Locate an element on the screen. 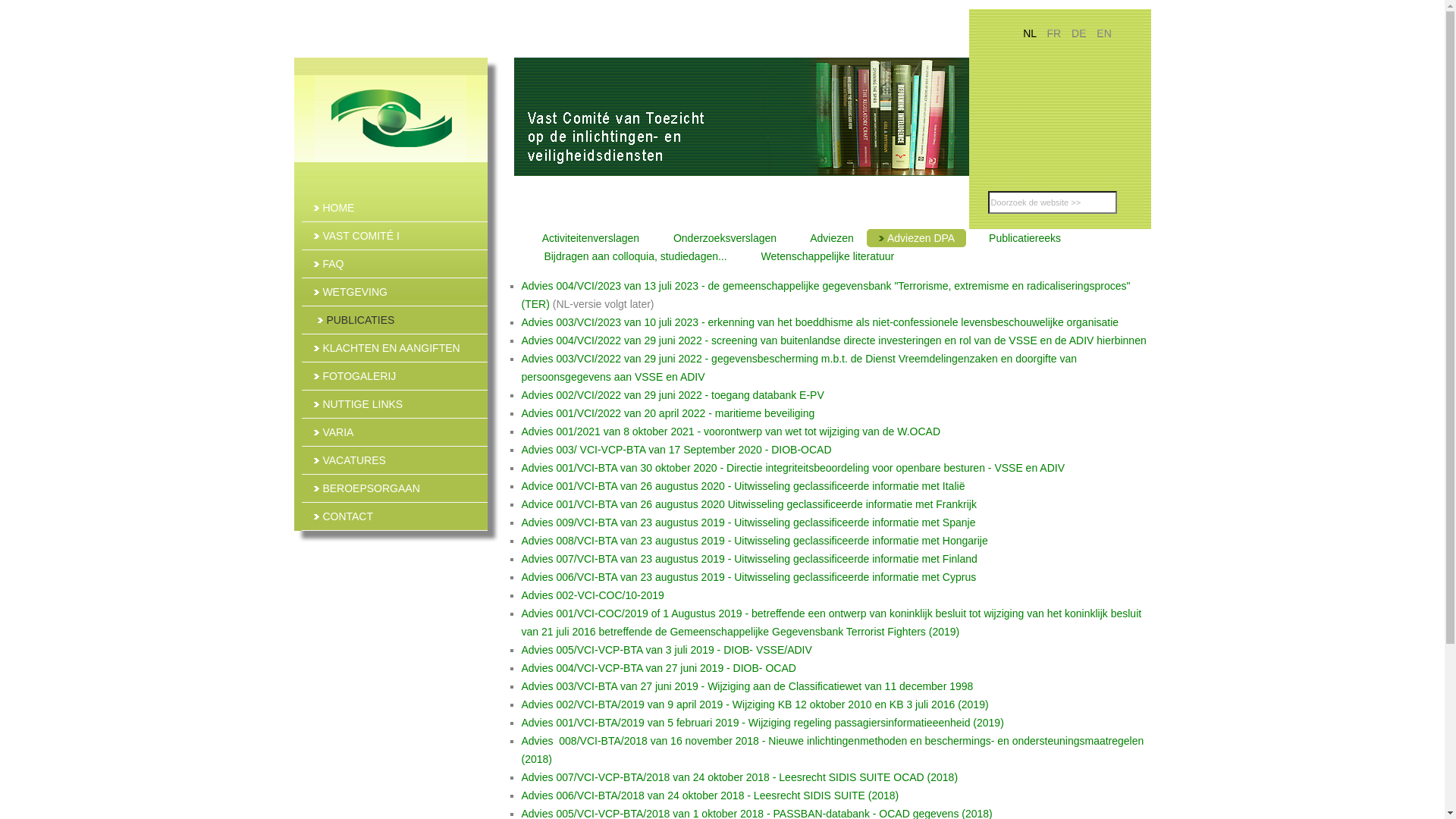 The width and height of the screenshot is (1456, 819). 'FOTOGALERIJ' is located at coordinates (394, 375).